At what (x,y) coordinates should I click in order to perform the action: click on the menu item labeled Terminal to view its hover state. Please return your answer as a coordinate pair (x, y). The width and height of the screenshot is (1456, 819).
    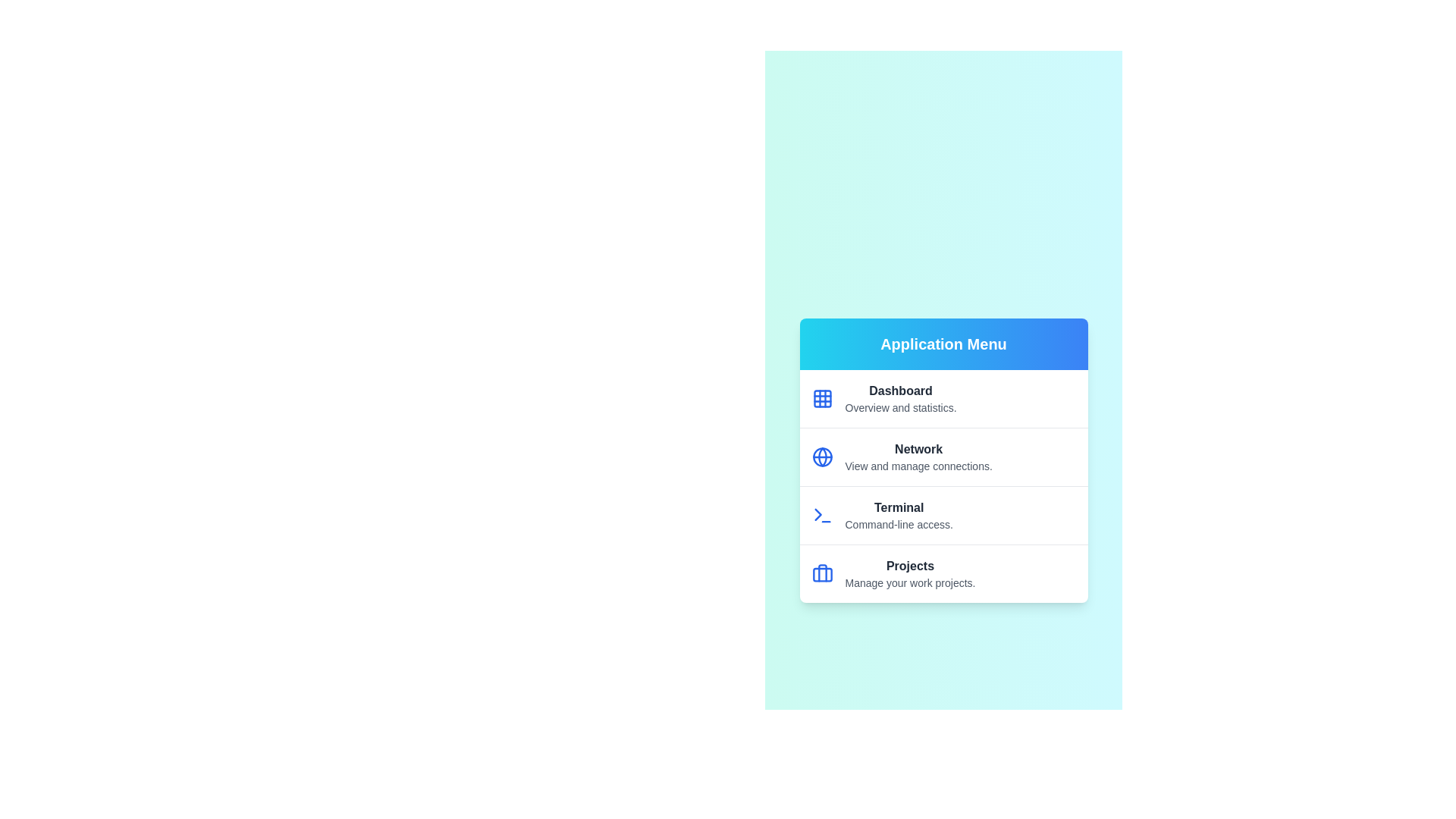
    Looking at the image, I should click on (943, 513).